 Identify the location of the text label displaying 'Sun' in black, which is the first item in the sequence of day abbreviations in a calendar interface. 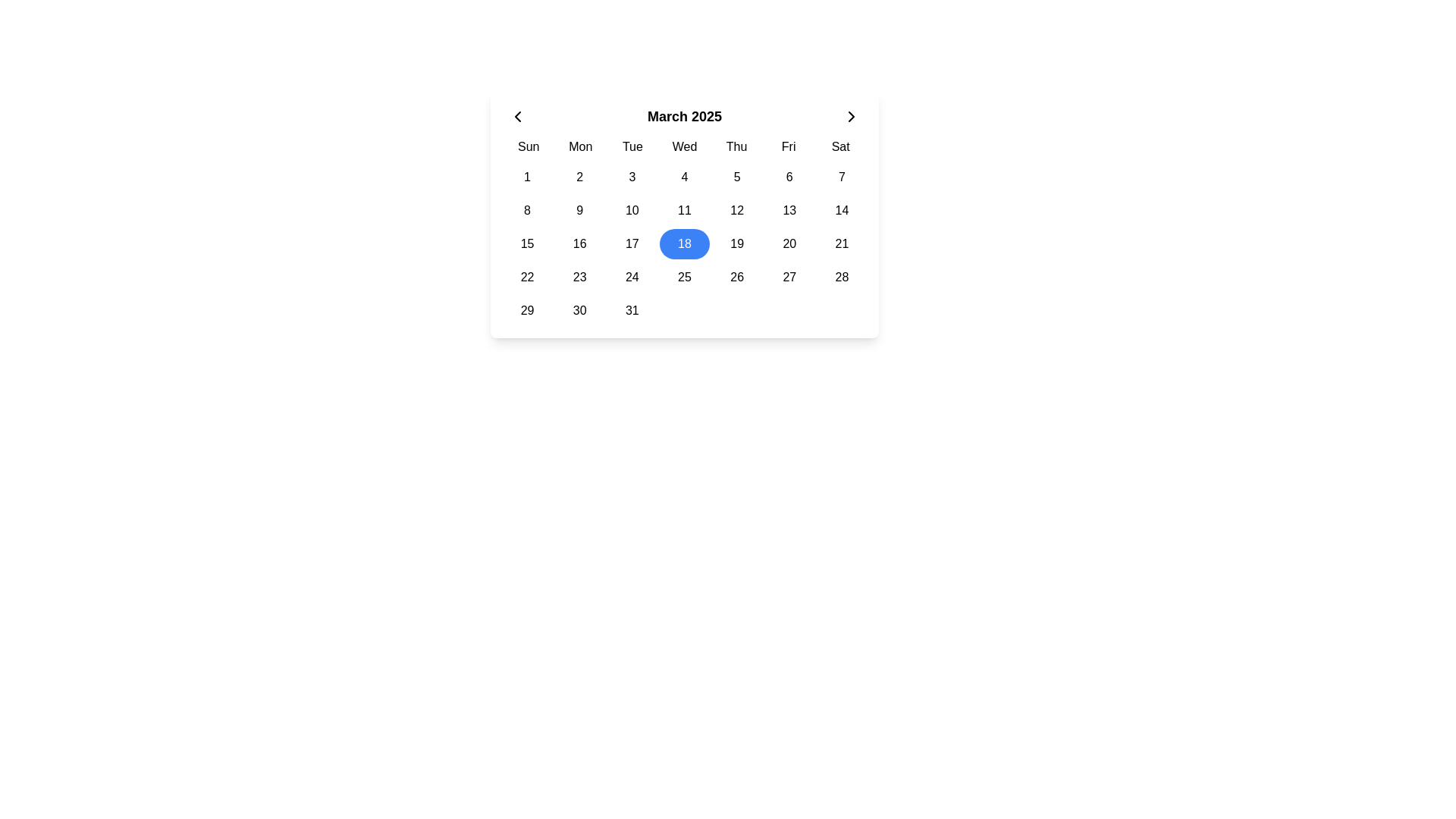
(529, 146).